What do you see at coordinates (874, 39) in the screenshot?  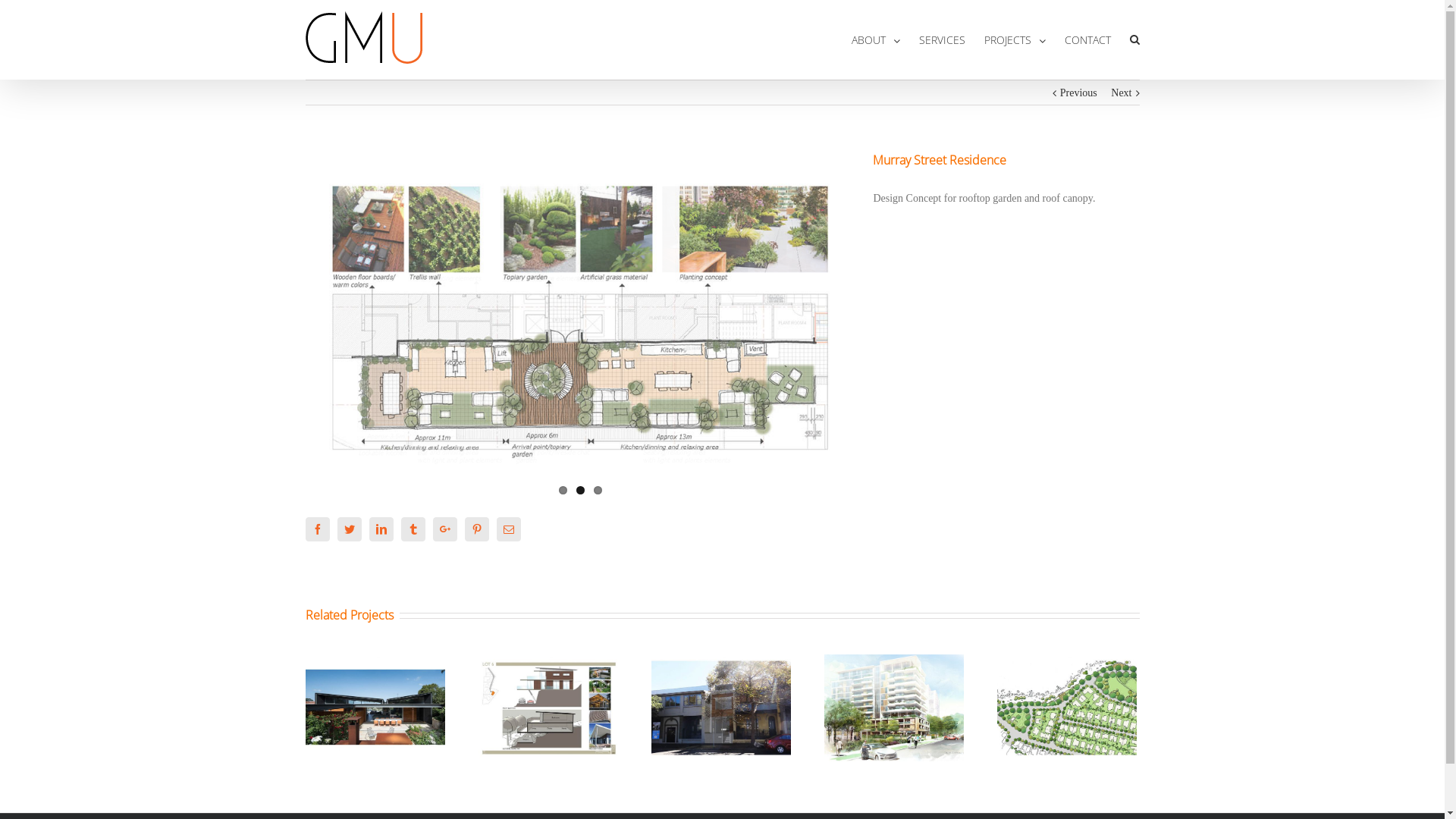 I see `'ABOUT'` at bounding box center [874, 39].